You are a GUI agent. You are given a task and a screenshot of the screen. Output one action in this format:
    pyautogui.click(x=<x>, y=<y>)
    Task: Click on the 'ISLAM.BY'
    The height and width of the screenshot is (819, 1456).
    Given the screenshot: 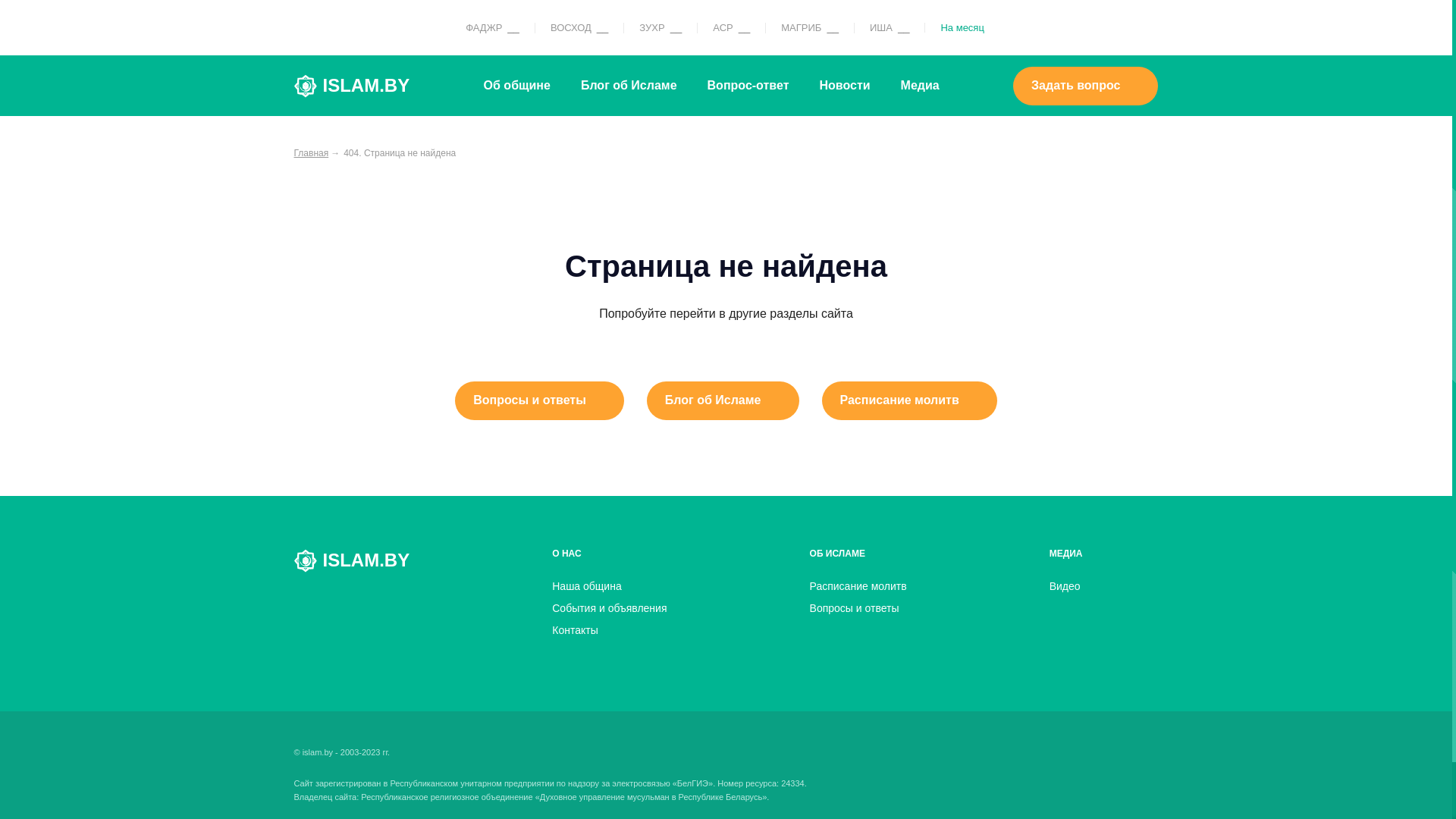 What is the action you would take?
    pyautogui.click(x=351, y=86)
    